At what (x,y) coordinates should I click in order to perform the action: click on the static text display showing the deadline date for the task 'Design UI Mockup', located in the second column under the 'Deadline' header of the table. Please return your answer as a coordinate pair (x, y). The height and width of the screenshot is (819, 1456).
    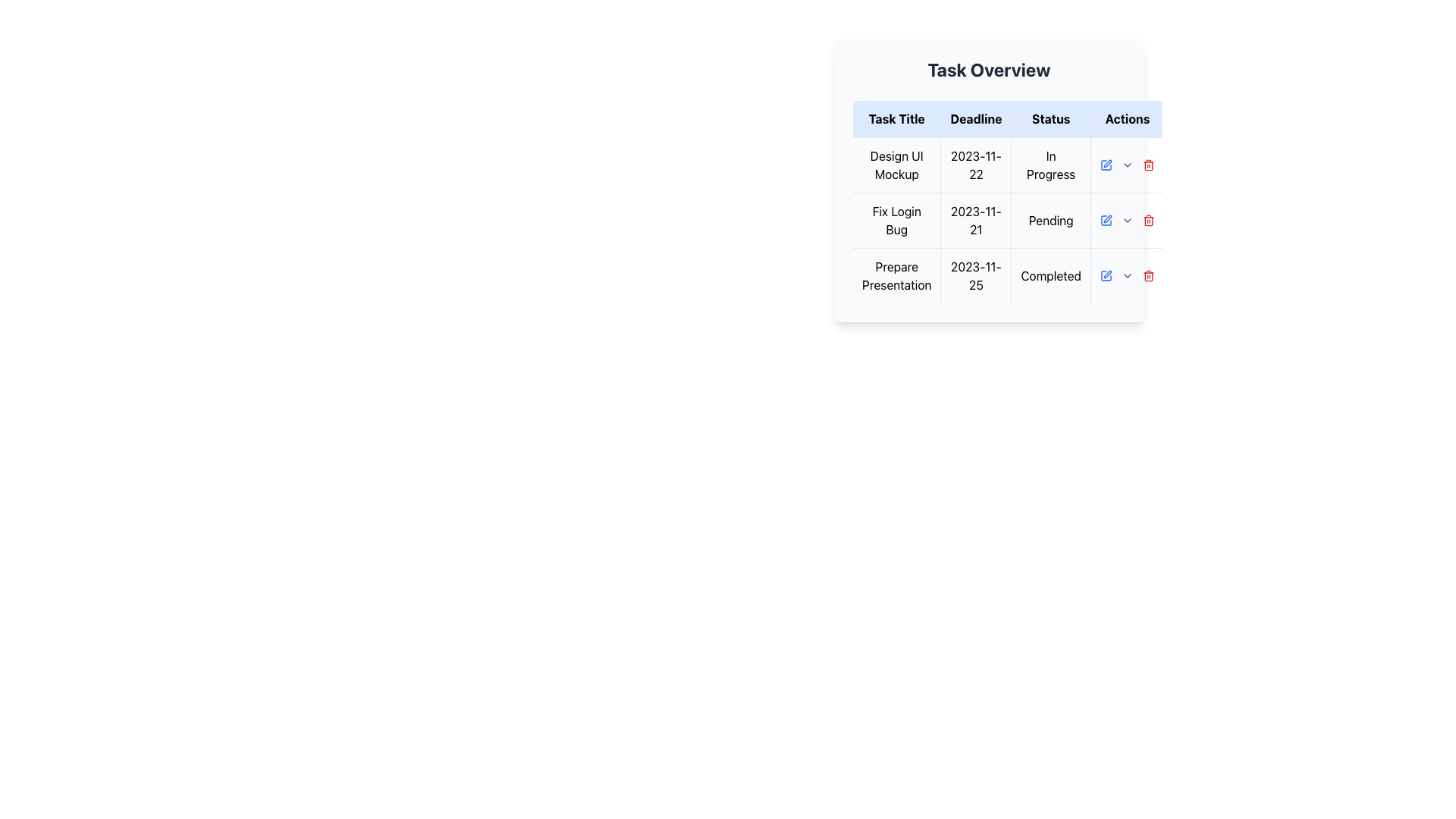
    Looking at the image, I should click on (976, 165).